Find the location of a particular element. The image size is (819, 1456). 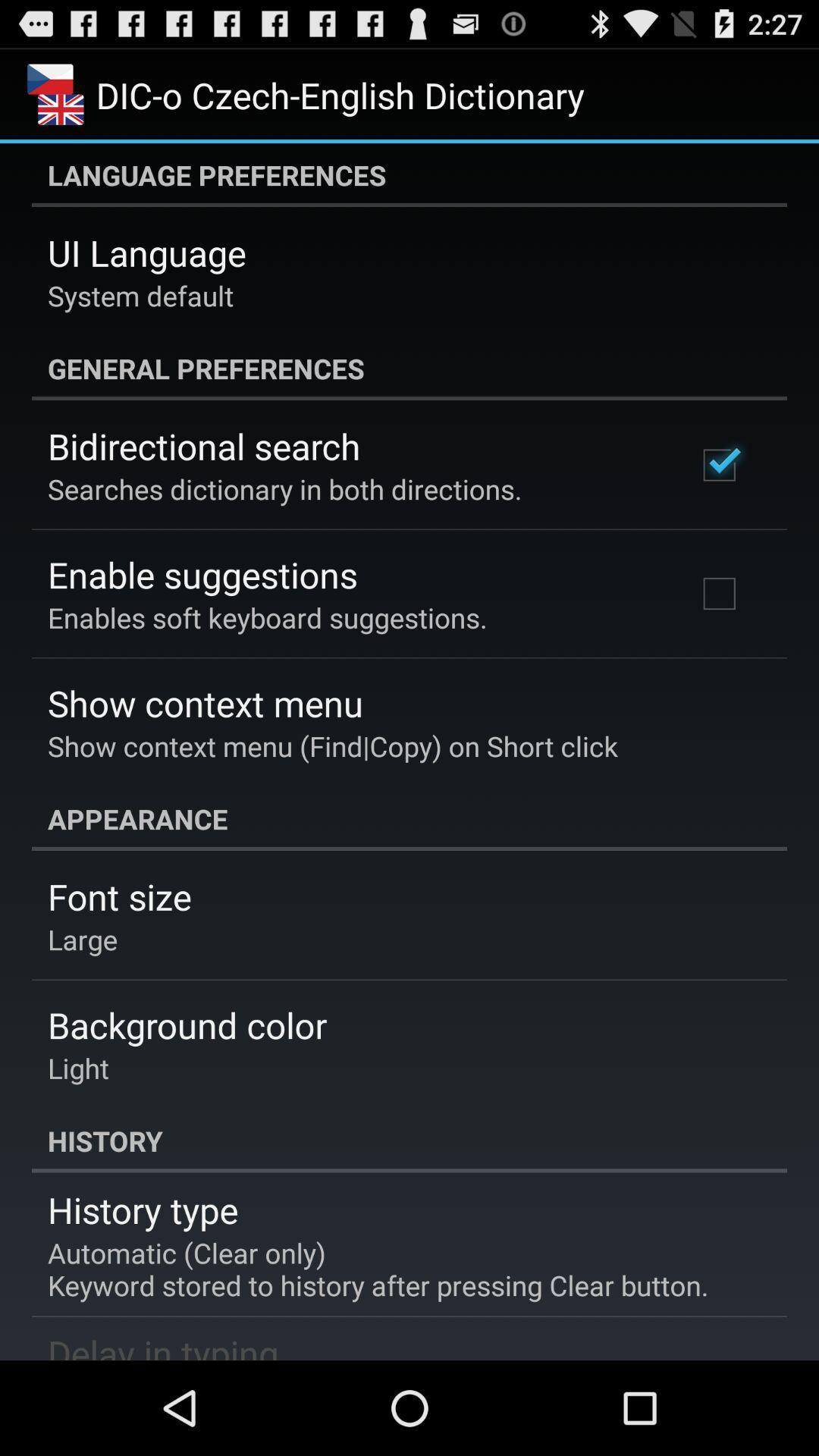

general preferences icon is located at coordinates (409, 368).